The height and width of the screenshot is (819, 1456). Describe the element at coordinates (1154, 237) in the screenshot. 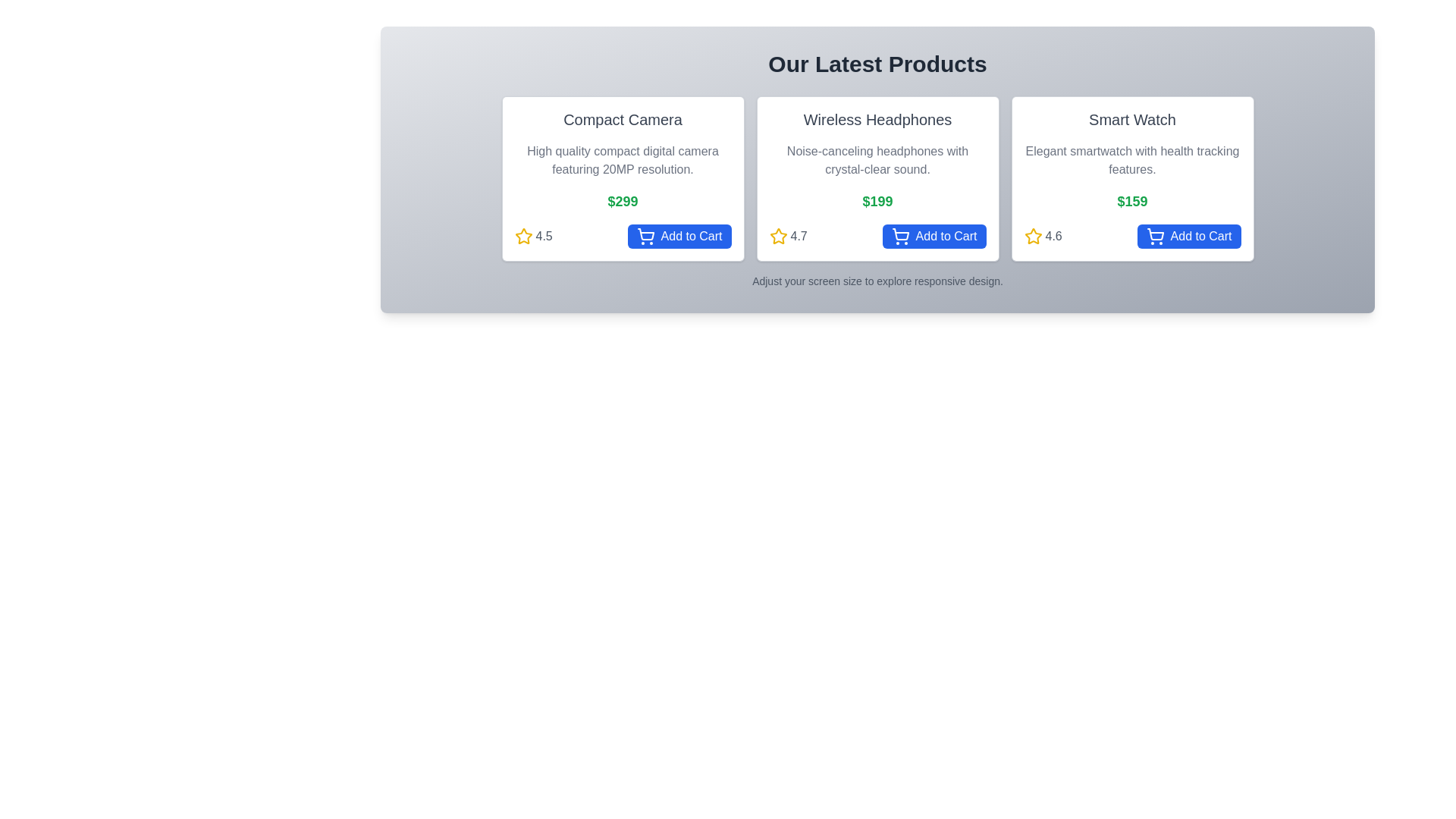

I see `the shopping cart icon located in the second card under the 'Add to Cart' label of the 'Smart Watch' product card, which is the rightmost card in a horizontal row of product cards` at that location.